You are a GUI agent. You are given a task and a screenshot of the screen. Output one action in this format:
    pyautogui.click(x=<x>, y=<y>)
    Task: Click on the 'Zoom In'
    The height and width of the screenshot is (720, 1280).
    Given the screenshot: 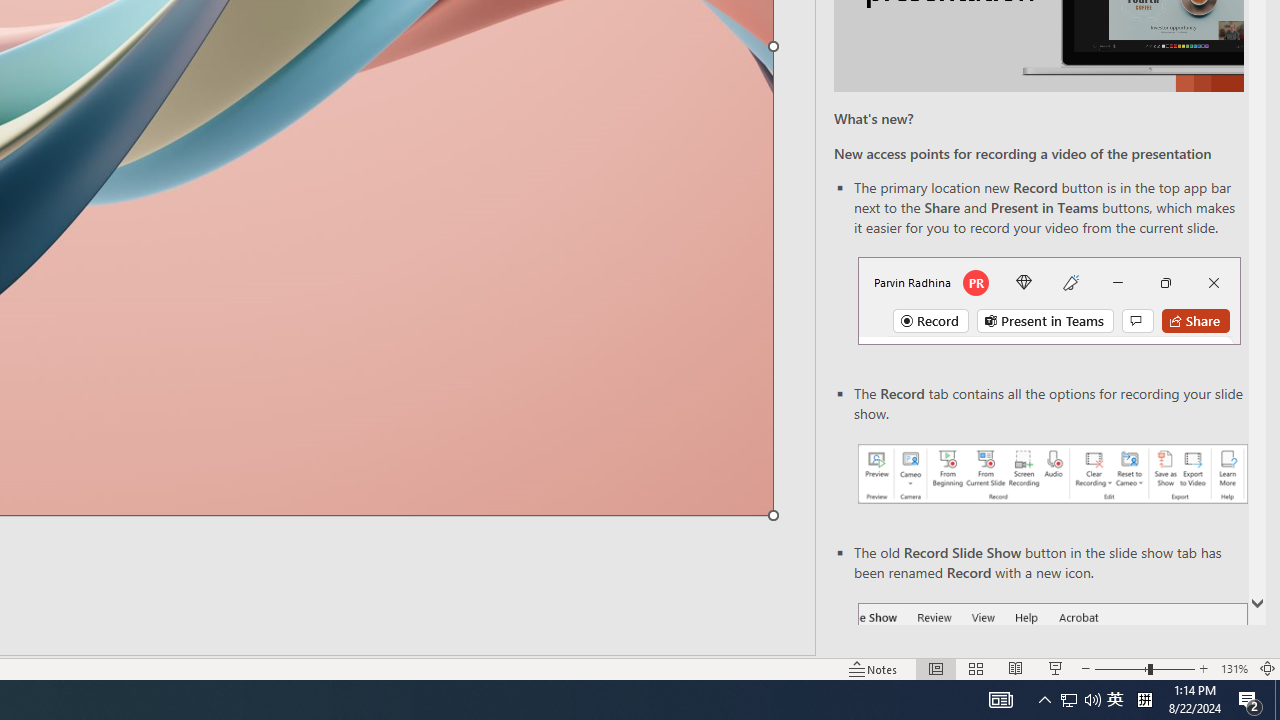 What is the action you would take?
    pyautogui.click(x=1203, y=669)
    